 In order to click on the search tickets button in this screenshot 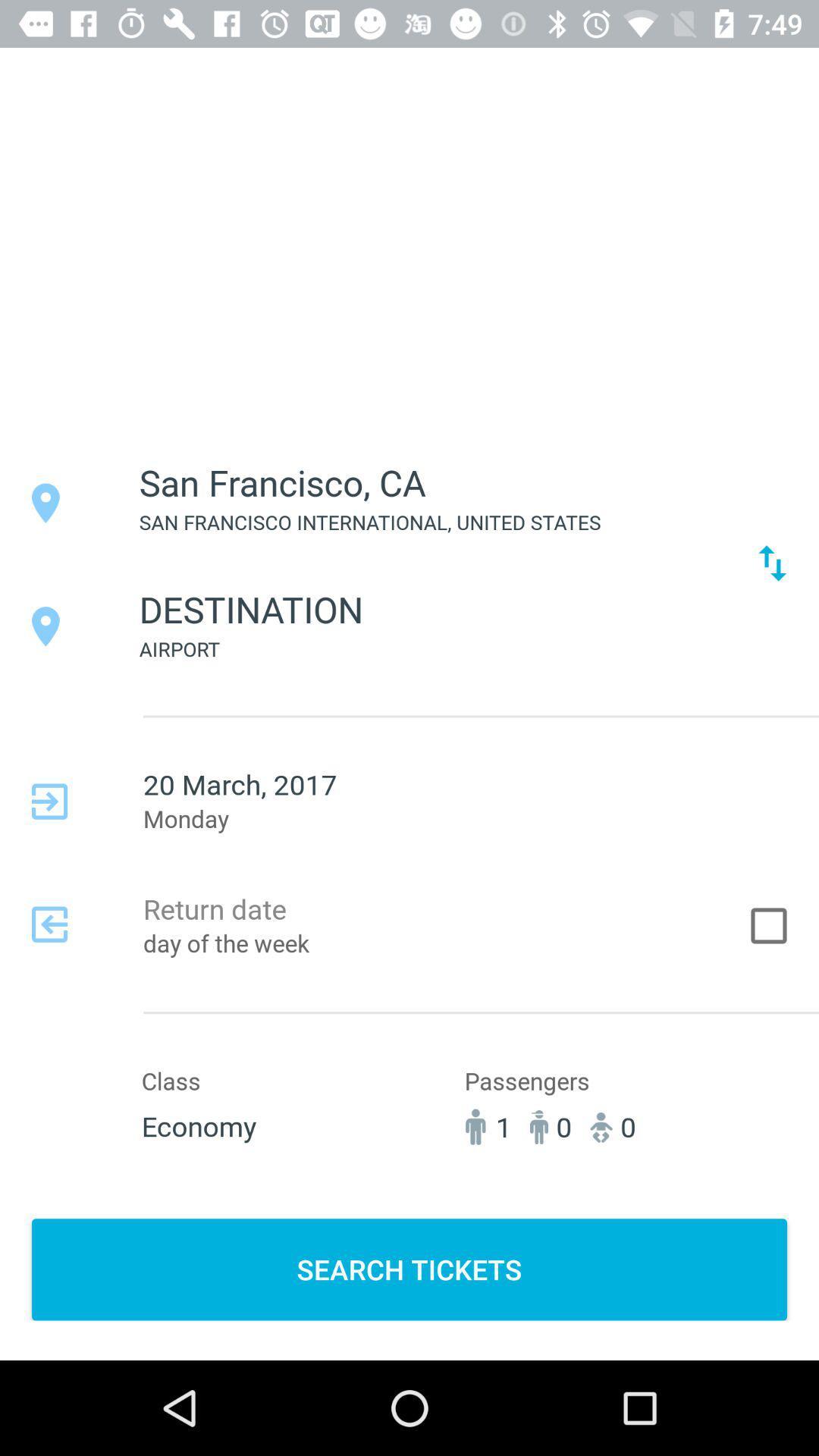, I will do `click(409, 1269)`.